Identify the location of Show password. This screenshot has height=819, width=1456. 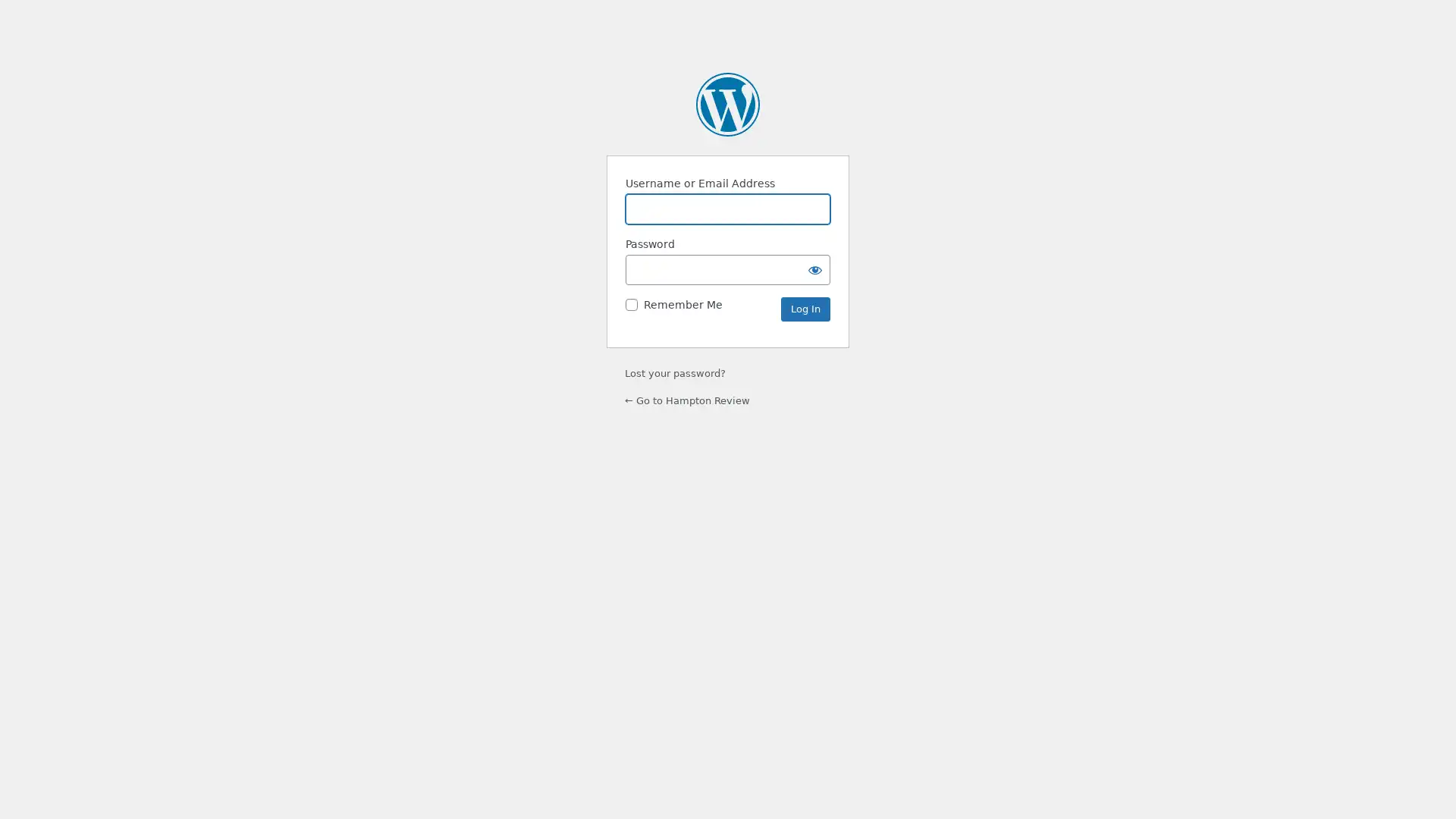
(814, 268).